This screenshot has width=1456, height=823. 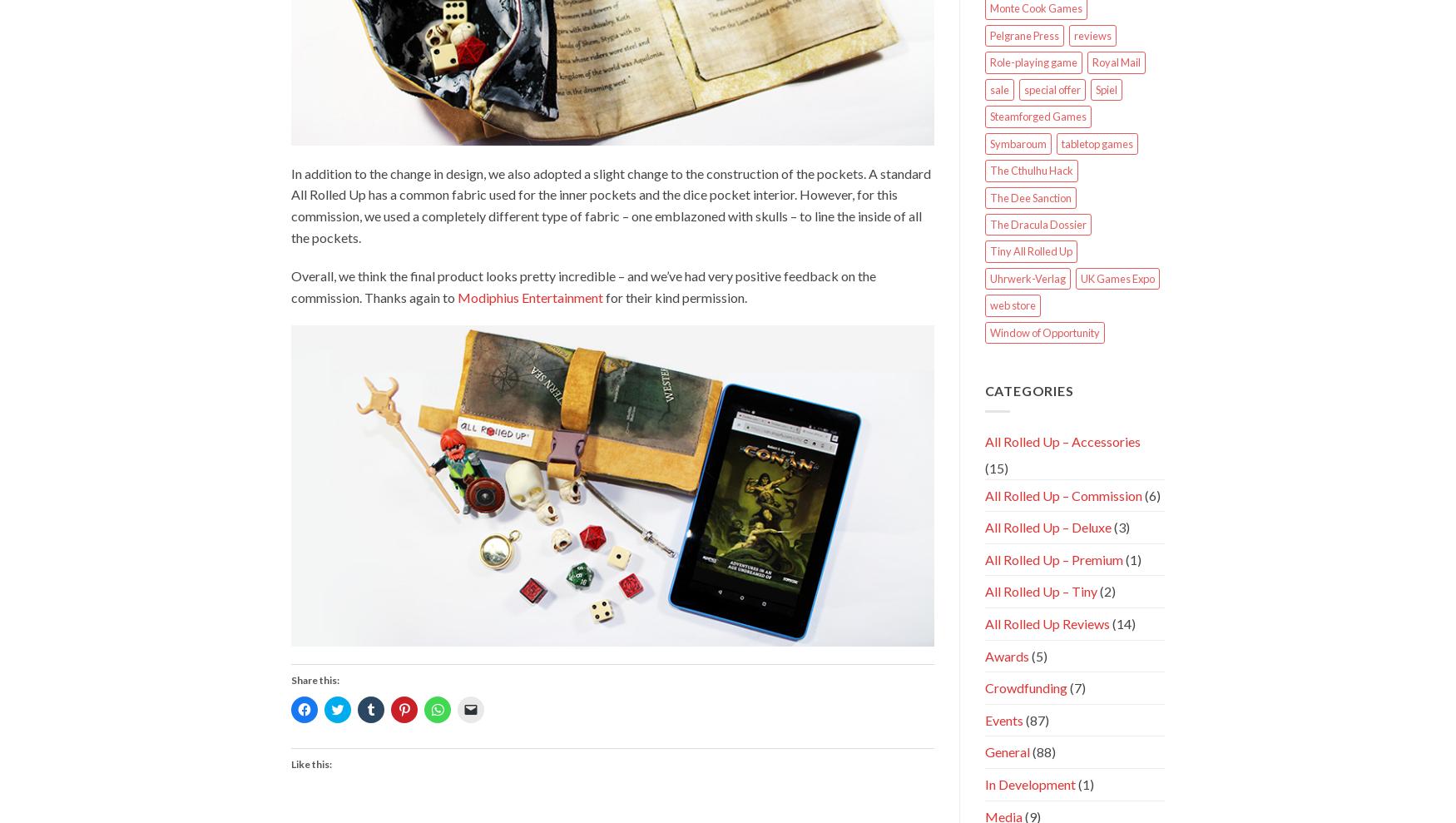 What do you see at coordinates (1041, 751) in the screenshot?
I see `'(88)'` at bounding box center [1041, 751].